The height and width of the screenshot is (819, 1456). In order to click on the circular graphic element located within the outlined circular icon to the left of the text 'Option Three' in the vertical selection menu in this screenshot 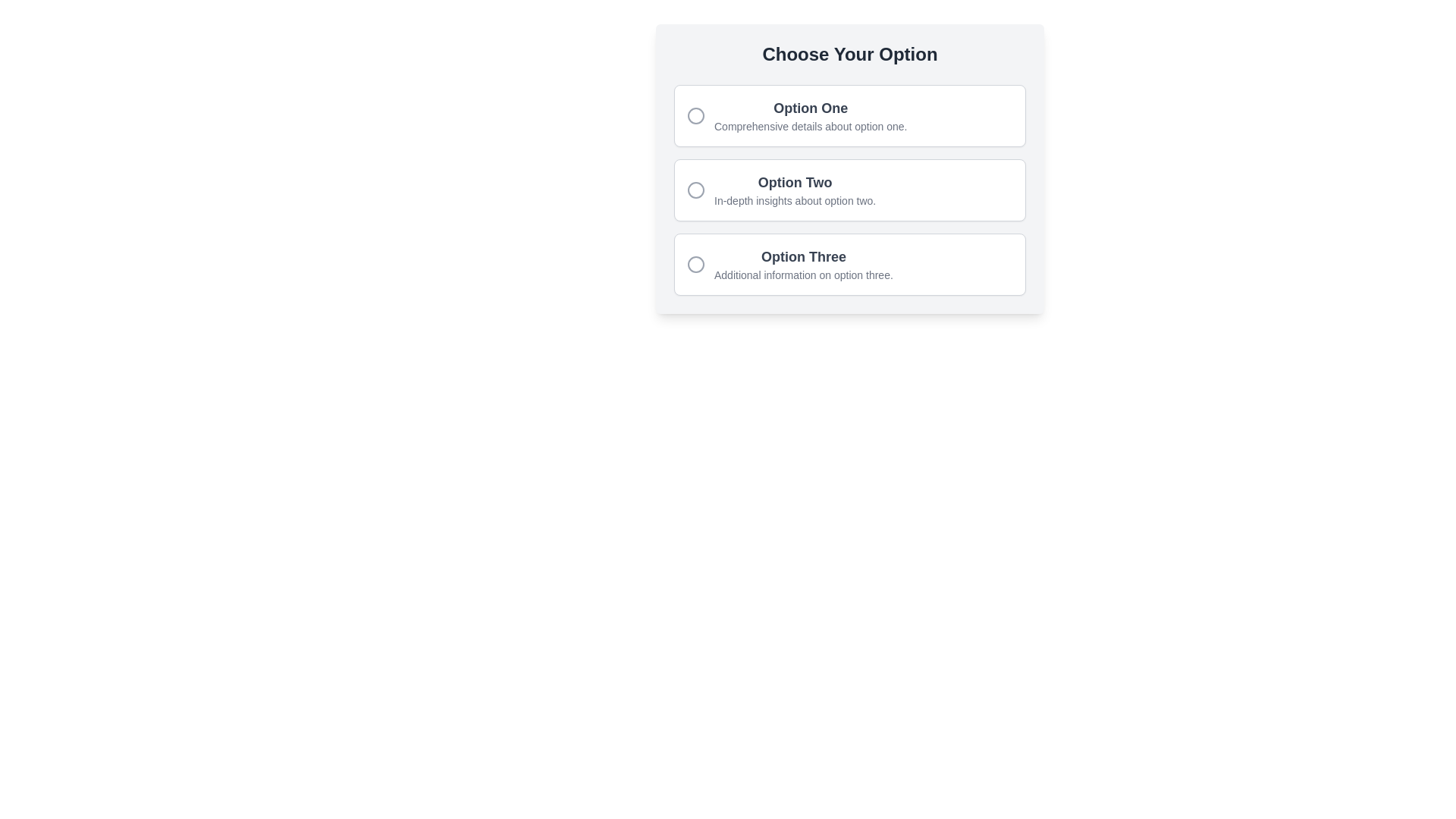, I will do `click(695, 263)`.